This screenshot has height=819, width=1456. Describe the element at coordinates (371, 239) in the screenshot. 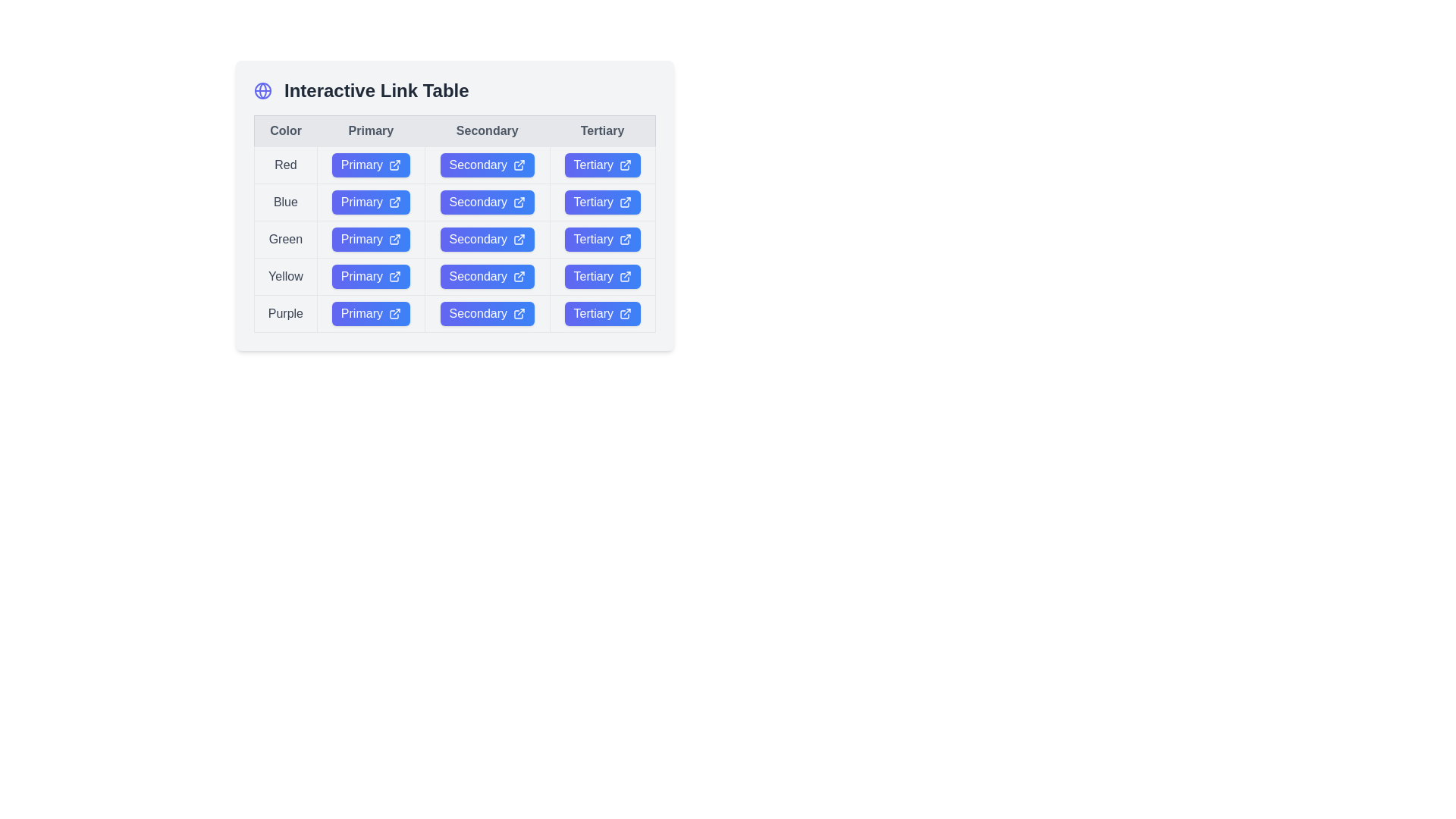

I see `the 'Primary' button with an external link icon located in the third row of the 'Primary' column in the 'Interactive Link Table'` at that location.